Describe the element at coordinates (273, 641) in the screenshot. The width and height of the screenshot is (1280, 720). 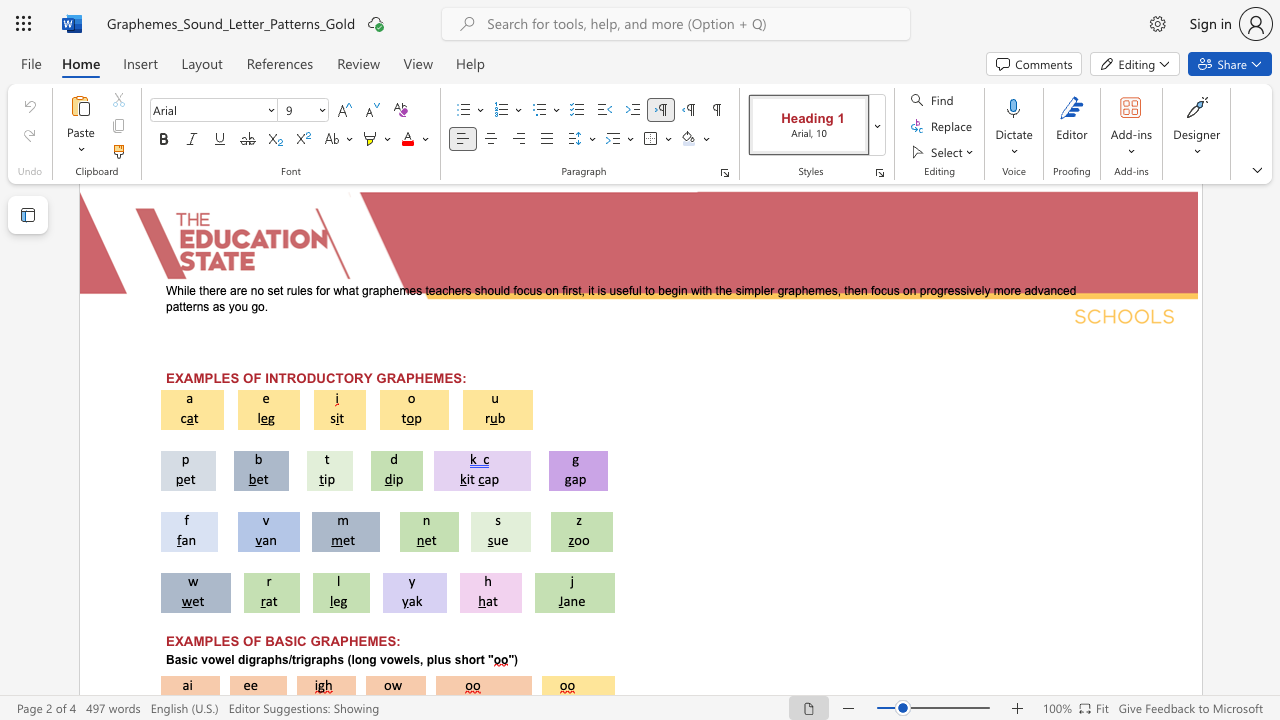
I see `the subset text "ASIC GRAPHEMES:" within the text "EXAMPLES OF BASIC GRAPHEMES:"` at that location.